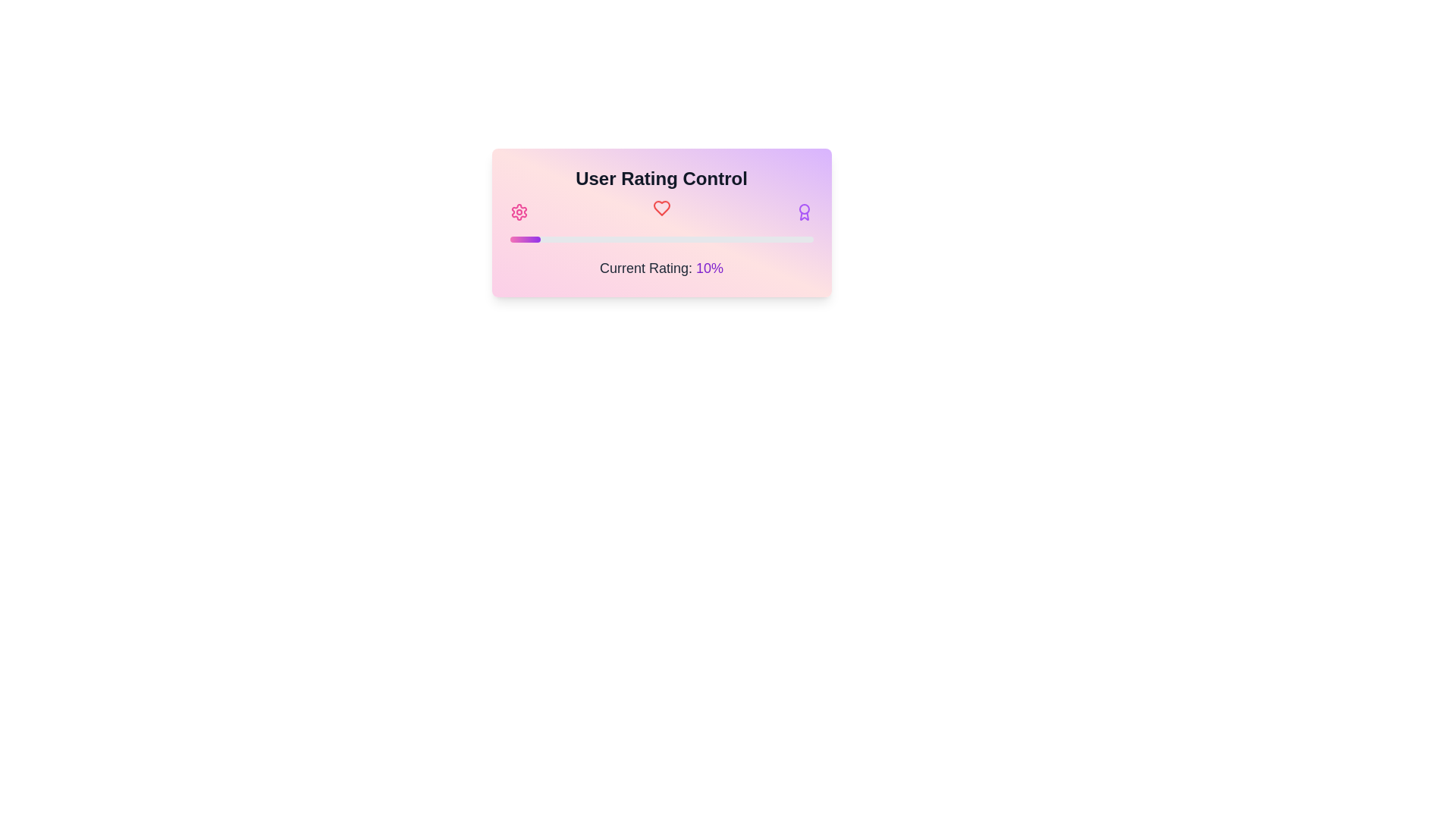 Image resolution: width=1456 pixels, height=819 pixels. I want to click on the rating value, so click(625, 212).